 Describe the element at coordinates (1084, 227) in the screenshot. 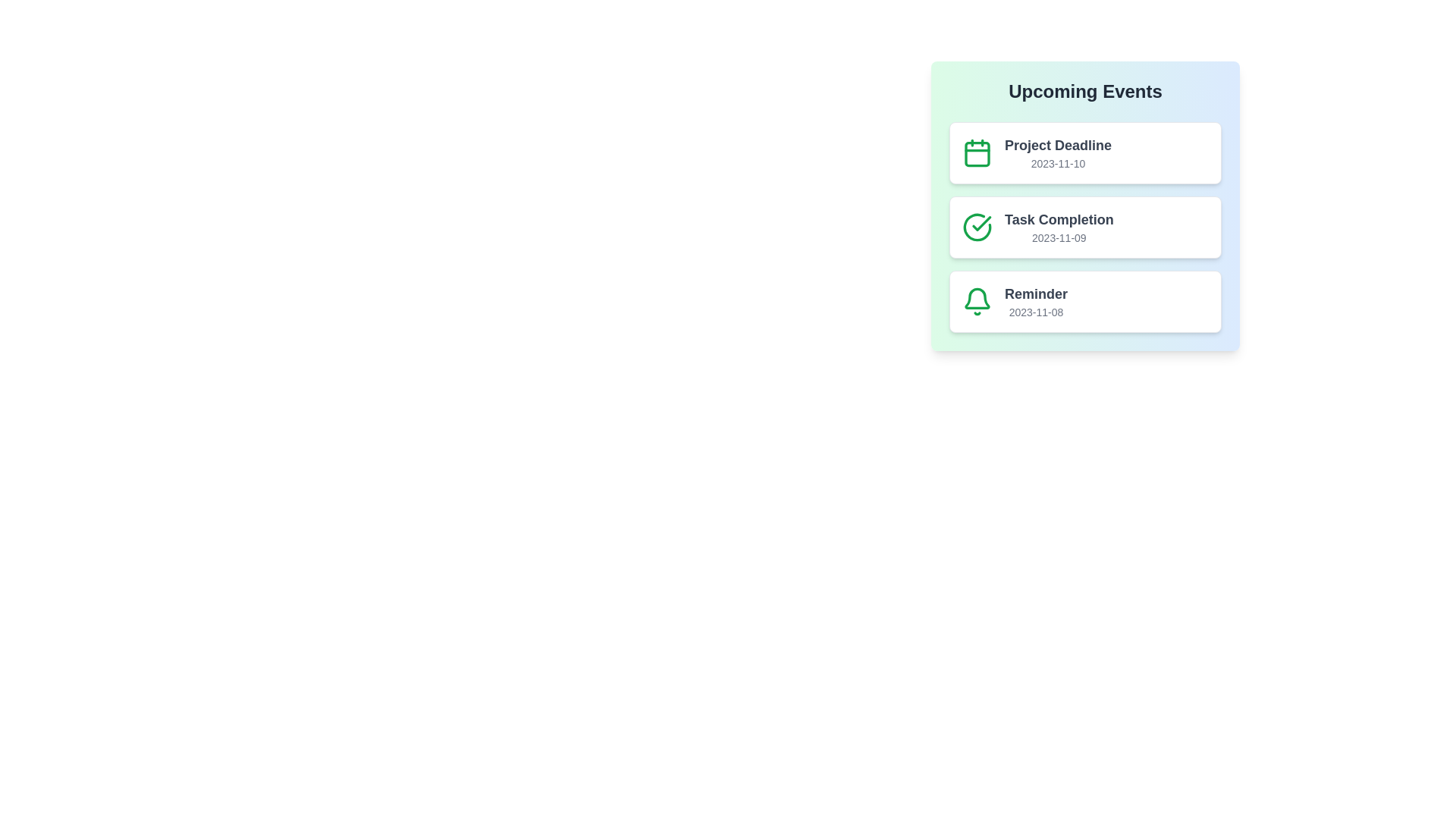

I see `the list item corresponding to Task Completion to view its details` at that location.